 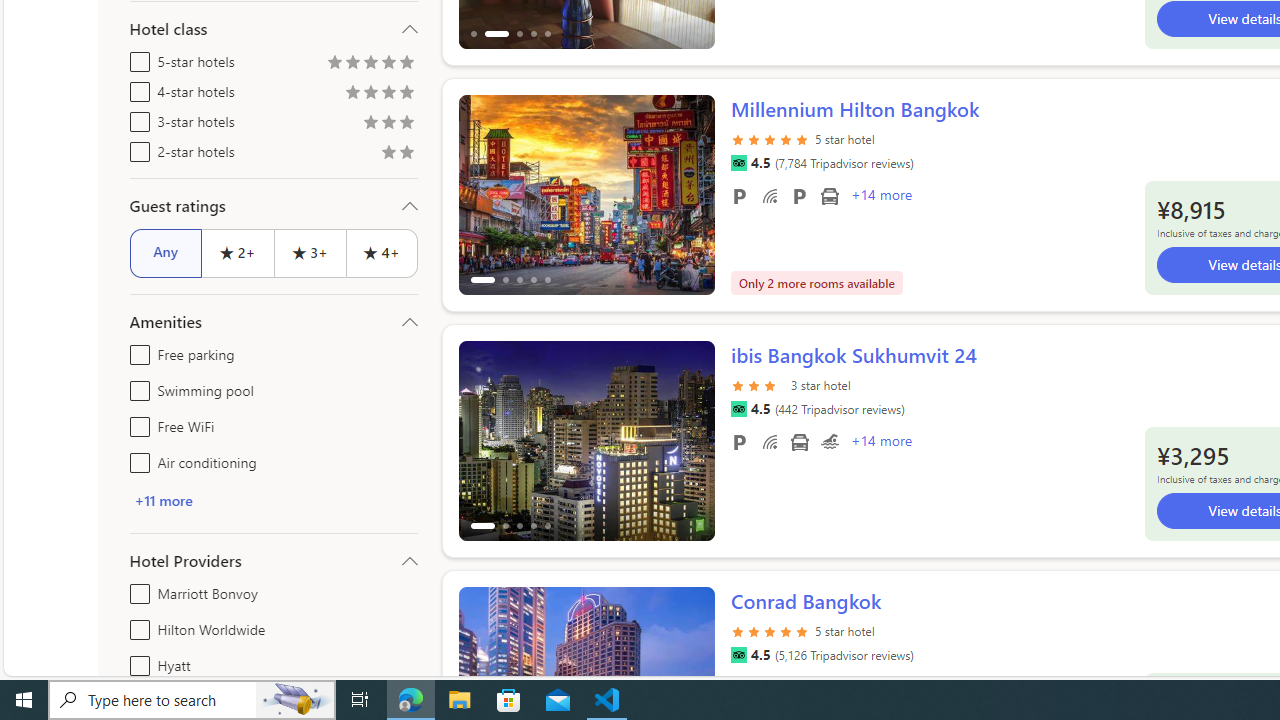 I want to click on '3-star hotels', so click(x=135, y=118).